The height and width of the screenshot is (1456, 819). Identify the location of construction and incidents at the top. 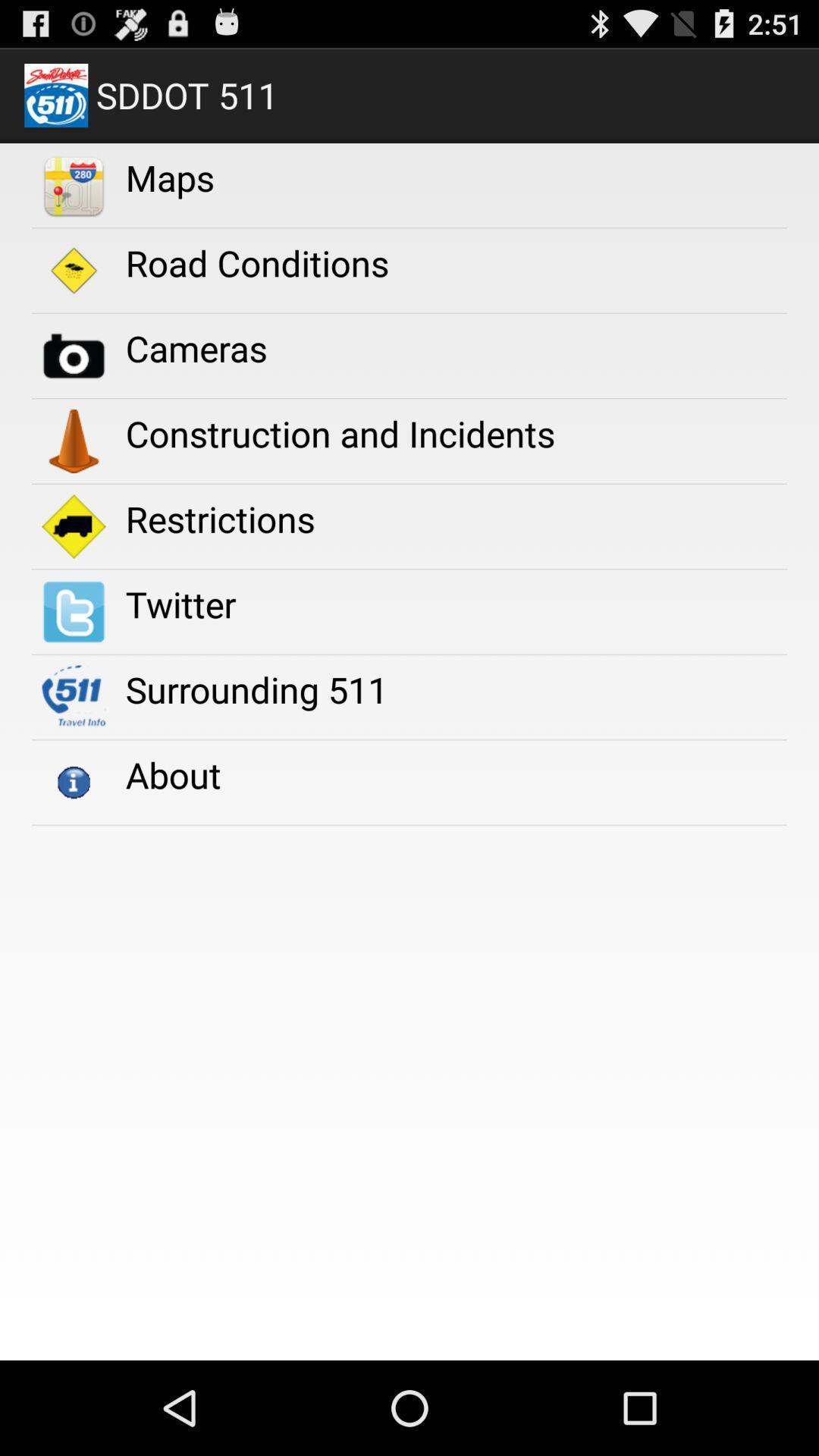
(339, 432).